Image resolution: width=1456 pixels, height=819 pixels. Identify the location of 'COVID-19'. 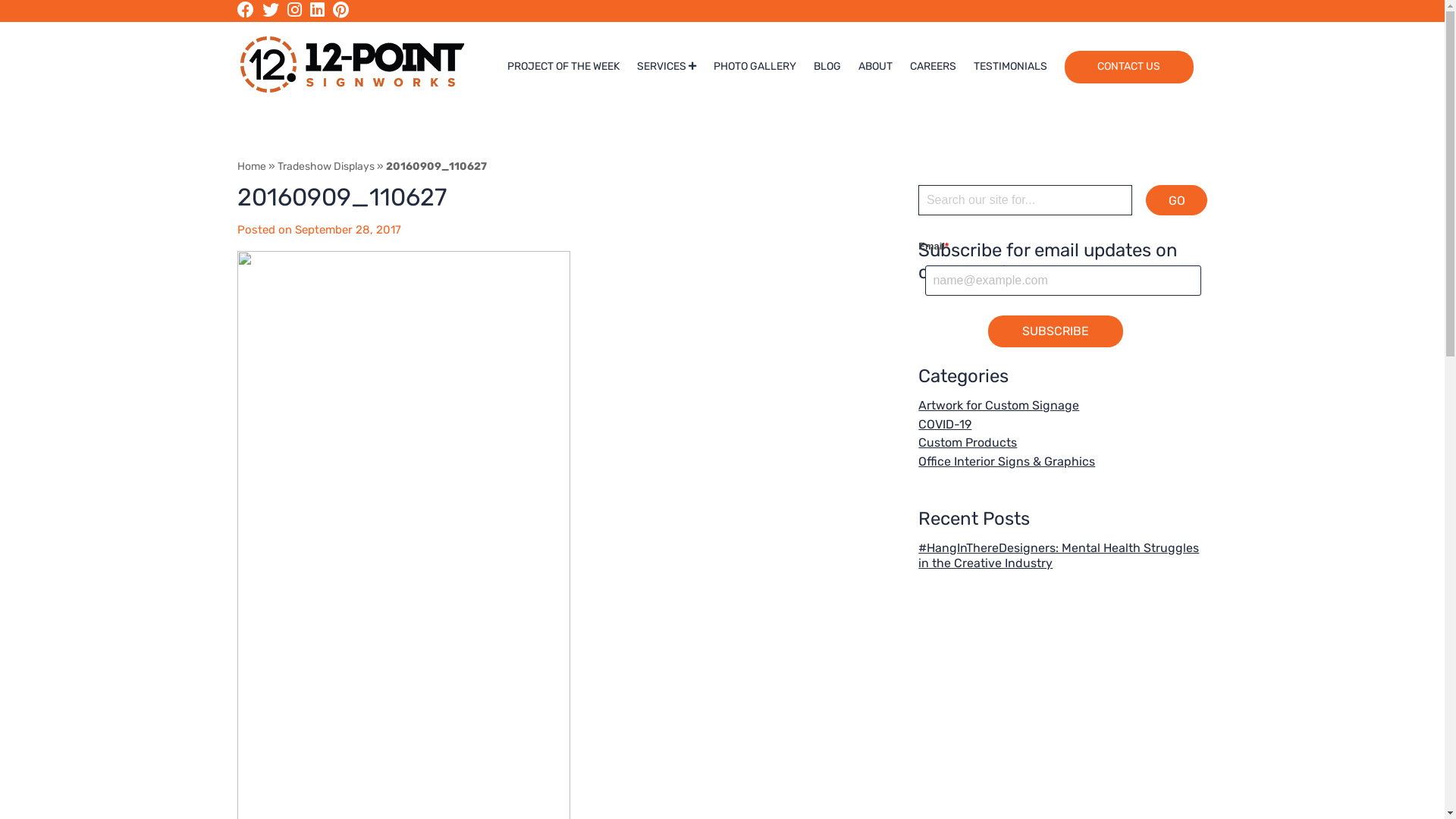
(944, 424).